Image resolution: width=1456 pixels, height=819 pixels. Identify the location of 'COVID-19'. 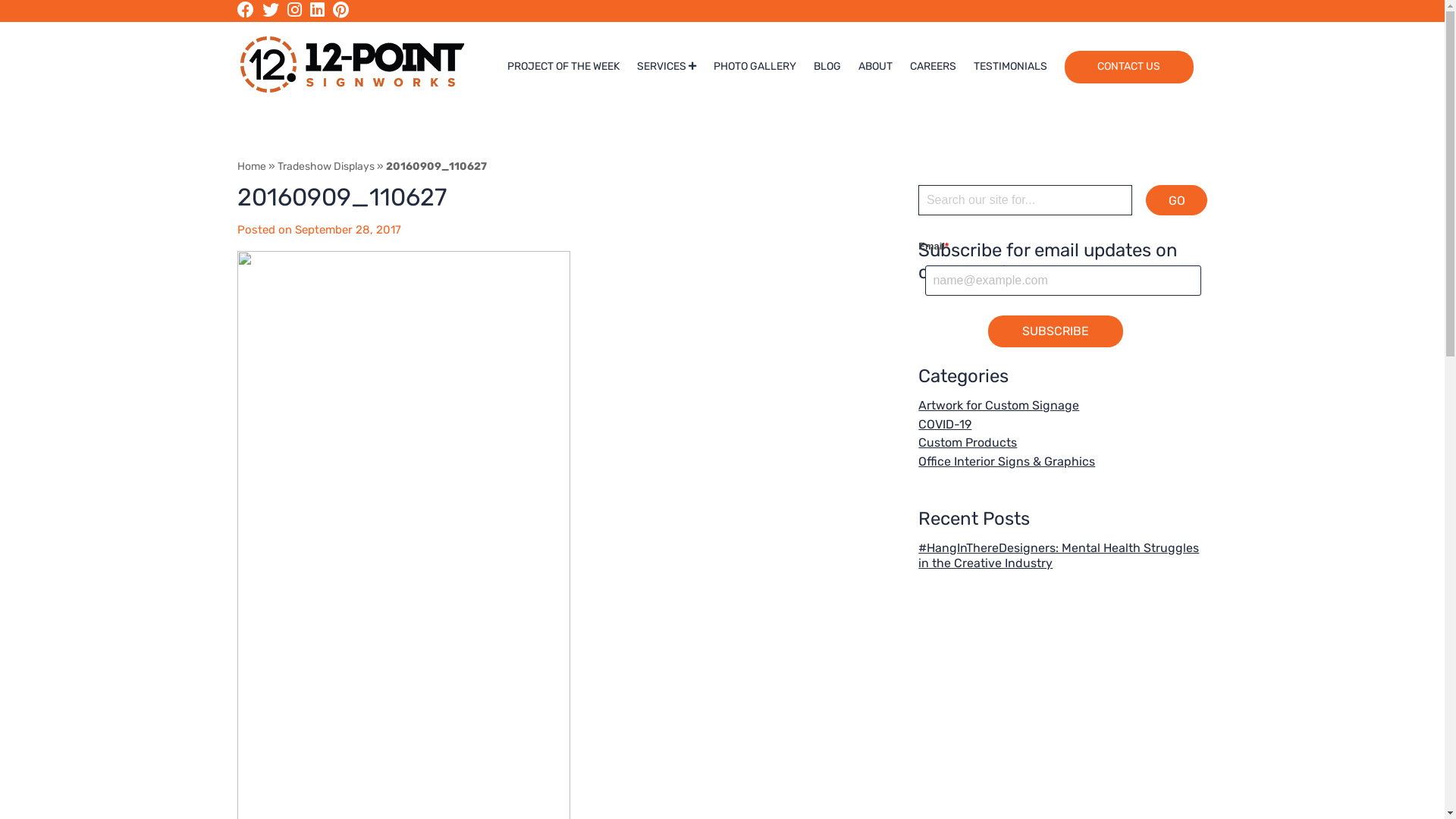
(944, 424).